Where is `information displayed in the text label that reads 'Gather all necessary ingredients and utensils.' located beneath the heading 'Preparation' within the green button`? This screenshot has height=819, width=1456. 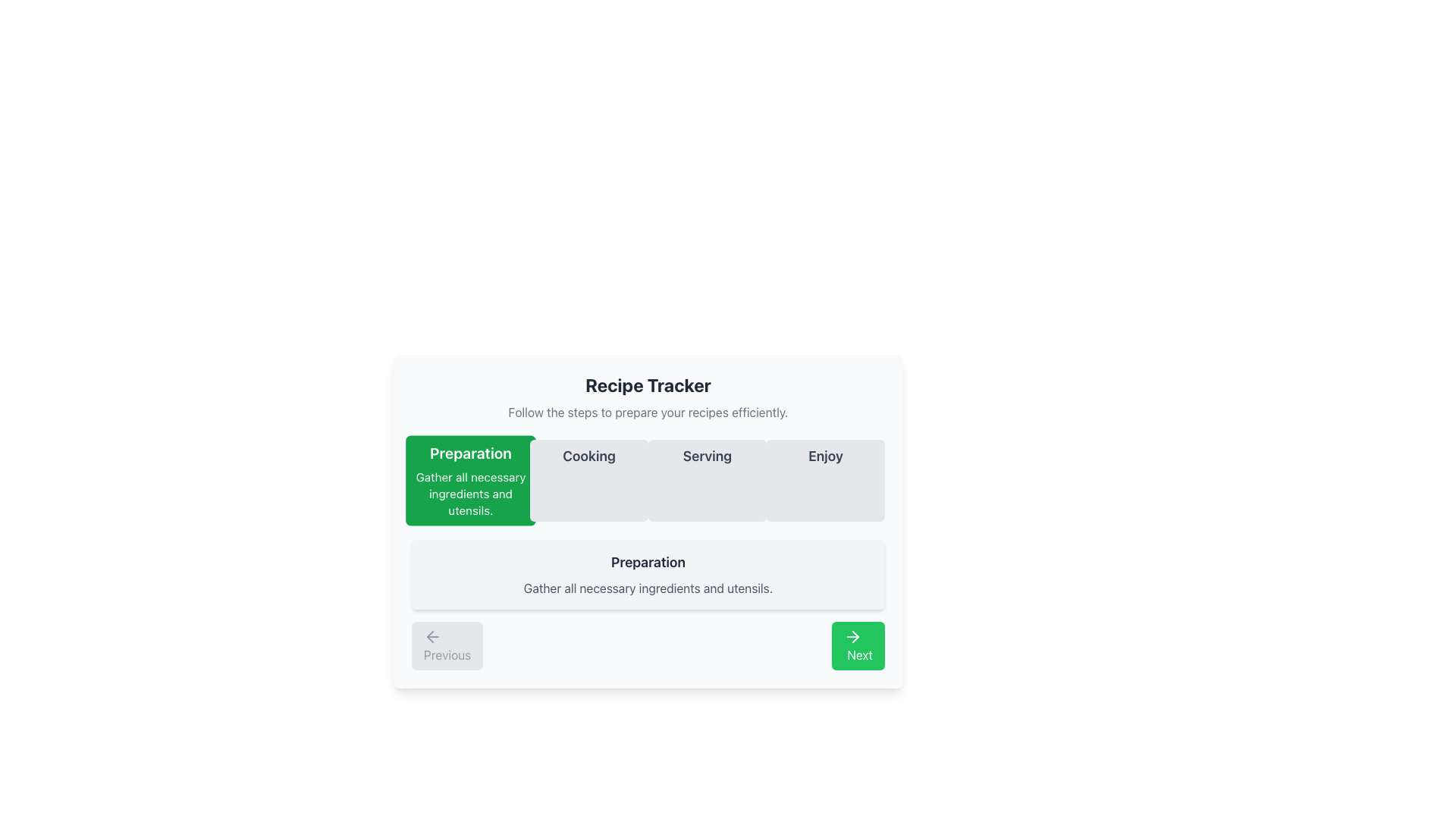 information displayed in the text label that reads 'Gather all necessary ingredients and utensils.' located beneath the heading 'Preparation' within the green button is located at coordinates (469, 494).